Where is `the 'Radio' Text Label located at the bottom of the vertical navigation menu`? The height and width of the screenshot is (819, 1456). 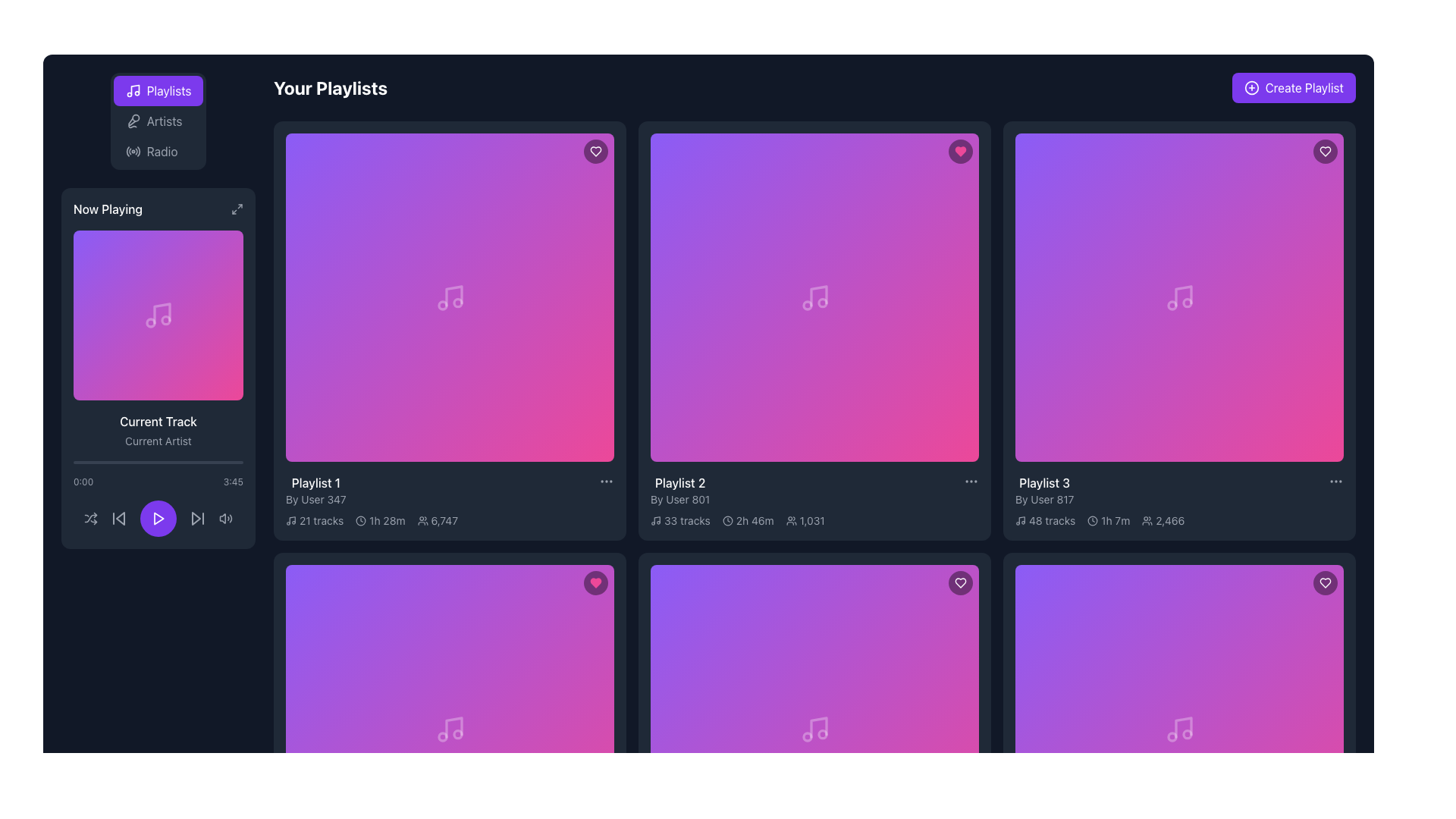
the 'Radio' Text Label located at the bottom of the vertical navigation menu is located at coordinates (162, 152).